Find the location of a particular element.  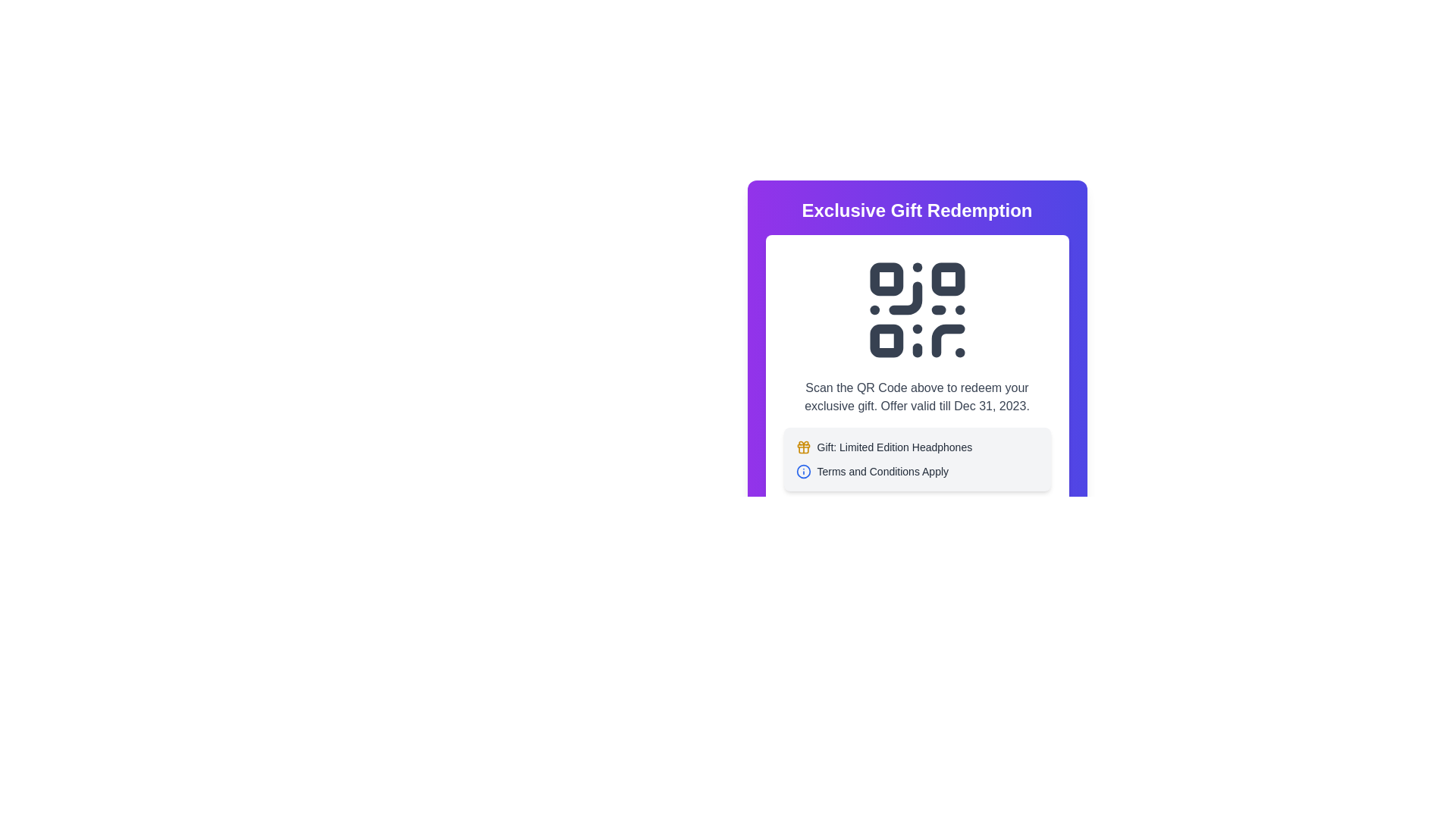

the text line 'Gift: Limited Edition Headphones' and its adjacent components, which includes a yellow gift icon to the left of the text is located at coordinates (916, 447).